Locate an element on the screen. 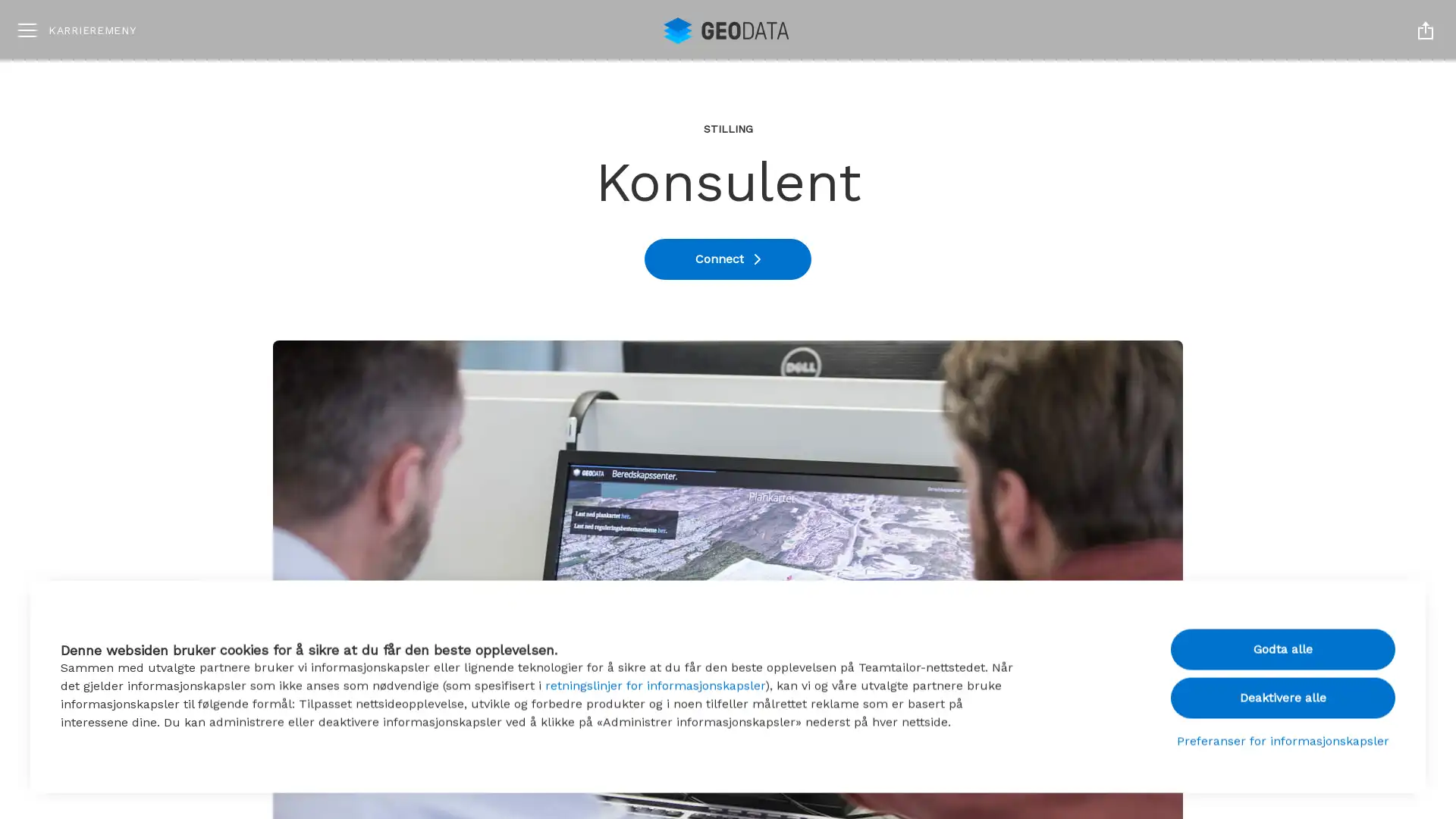 This screenshot has width=1456, height=819. Preferanser for informasjonskapsler is located at coordinates (1282, 736).